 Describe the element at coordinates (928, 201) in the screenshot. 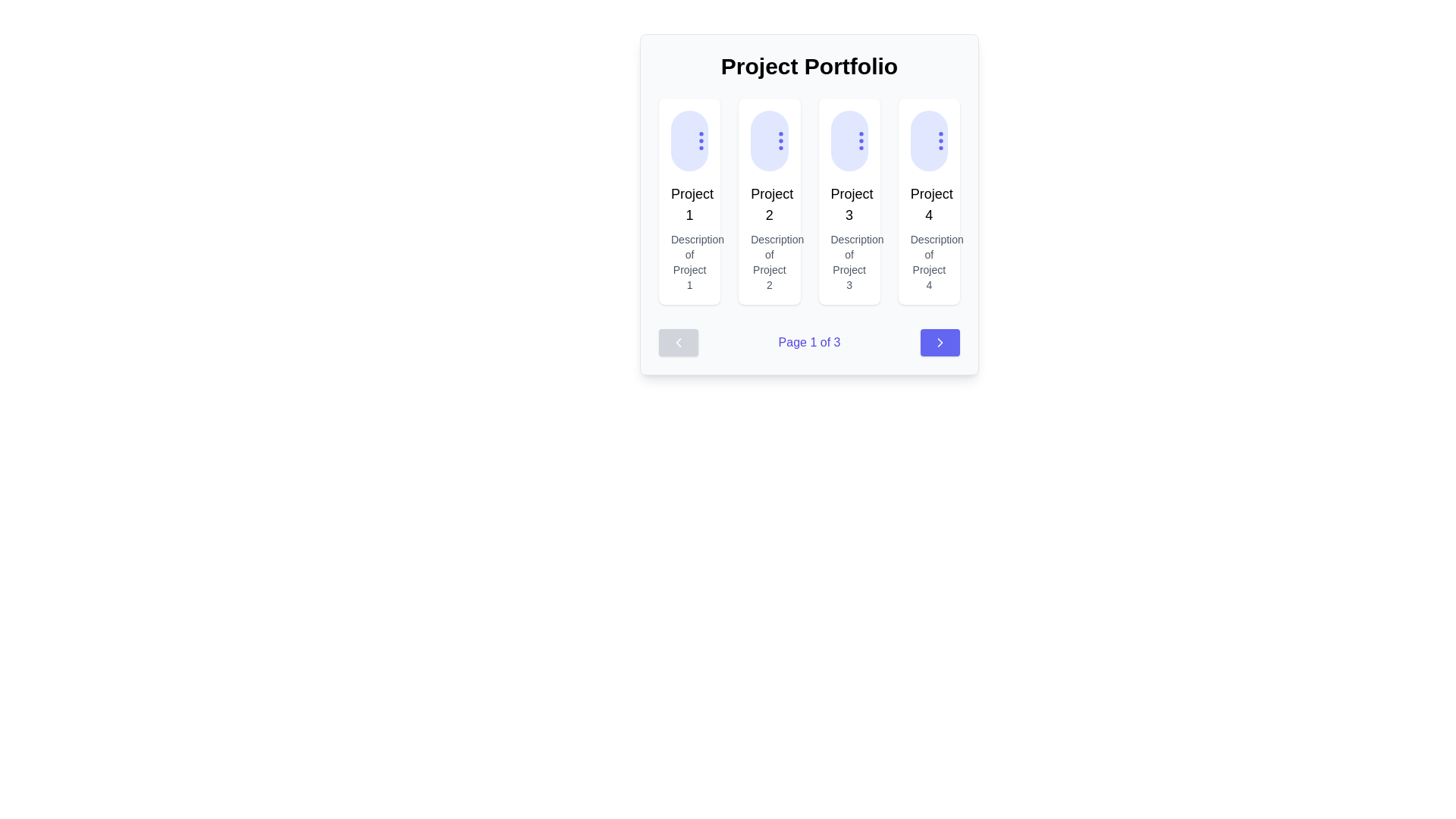

I see `the Card component labeled 'Project 4', which is a white rectangular tile with rounded corners, containing a circular icon at the top and bold text in the center` at that location.